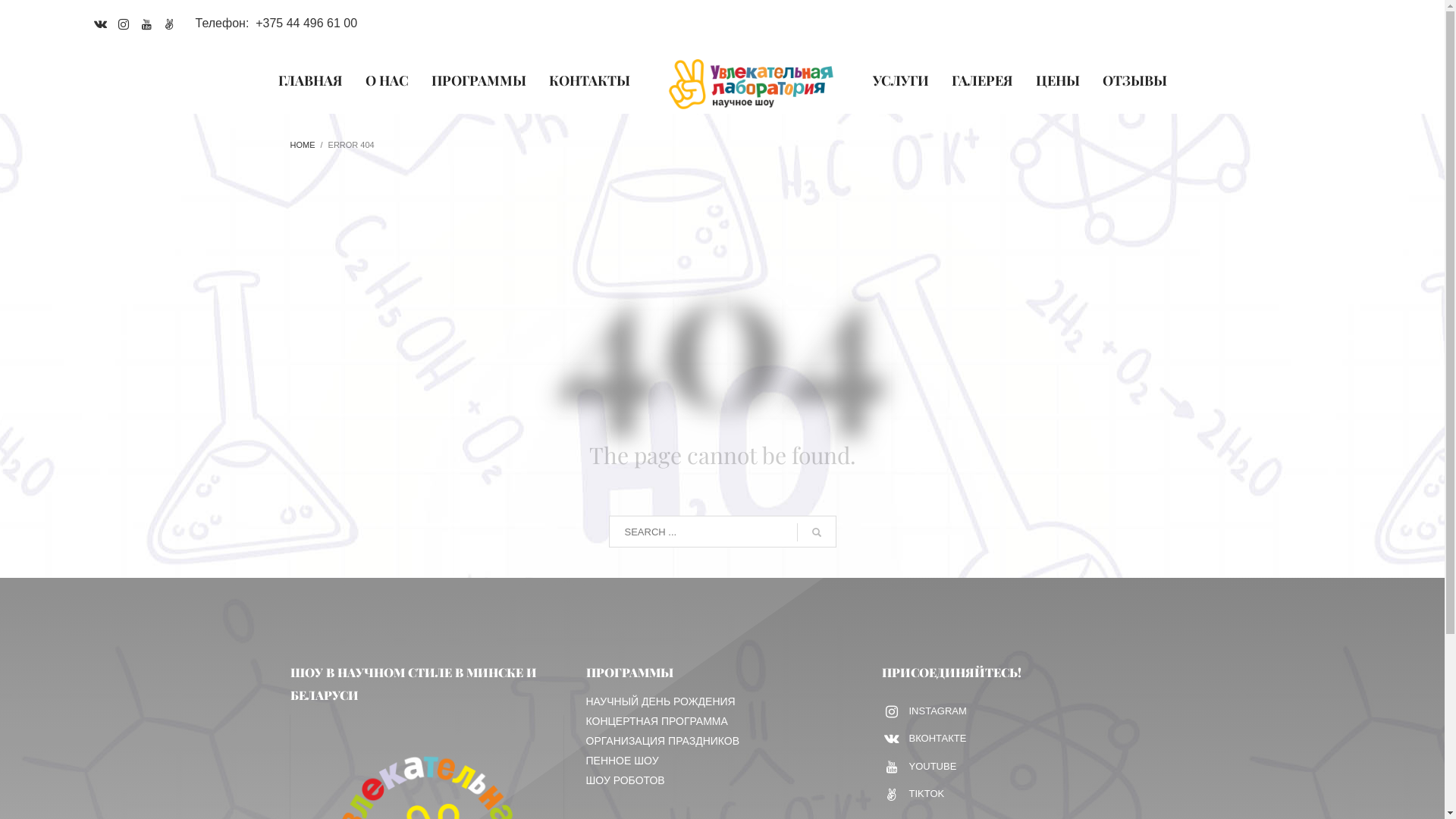 This screenshot has width=1456, height=819. What do you see at coordinates (134, 23) in the screenshot?
I see `'Youtube'` at bounding box center [134, 23].